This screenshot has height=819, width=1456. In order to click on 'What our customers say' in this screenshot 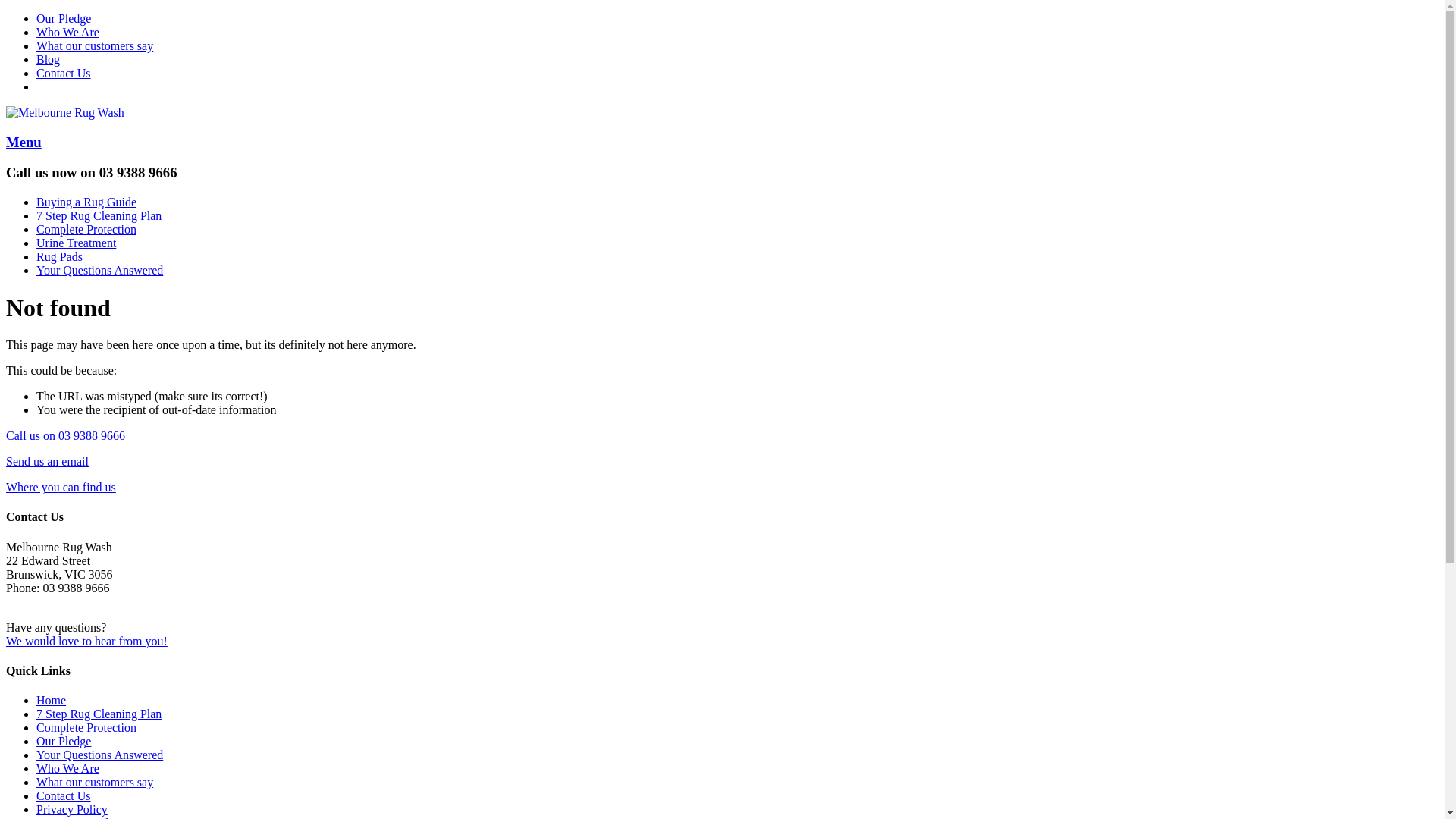, I will do `click(36, 782)`.